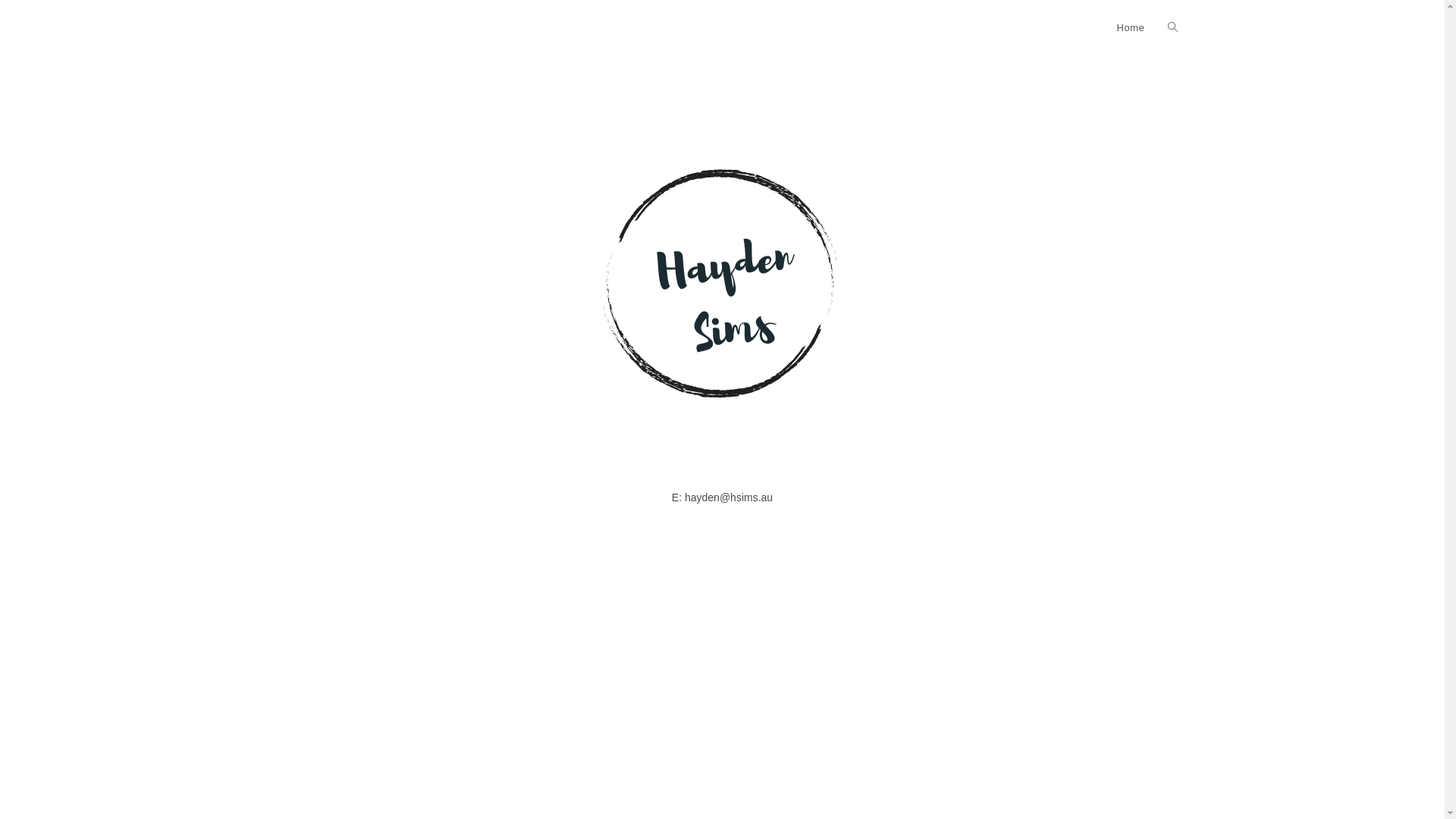 This screenshot has height=819, width=1456. I want to click on 'Toggle website search', so click(1154, 28).